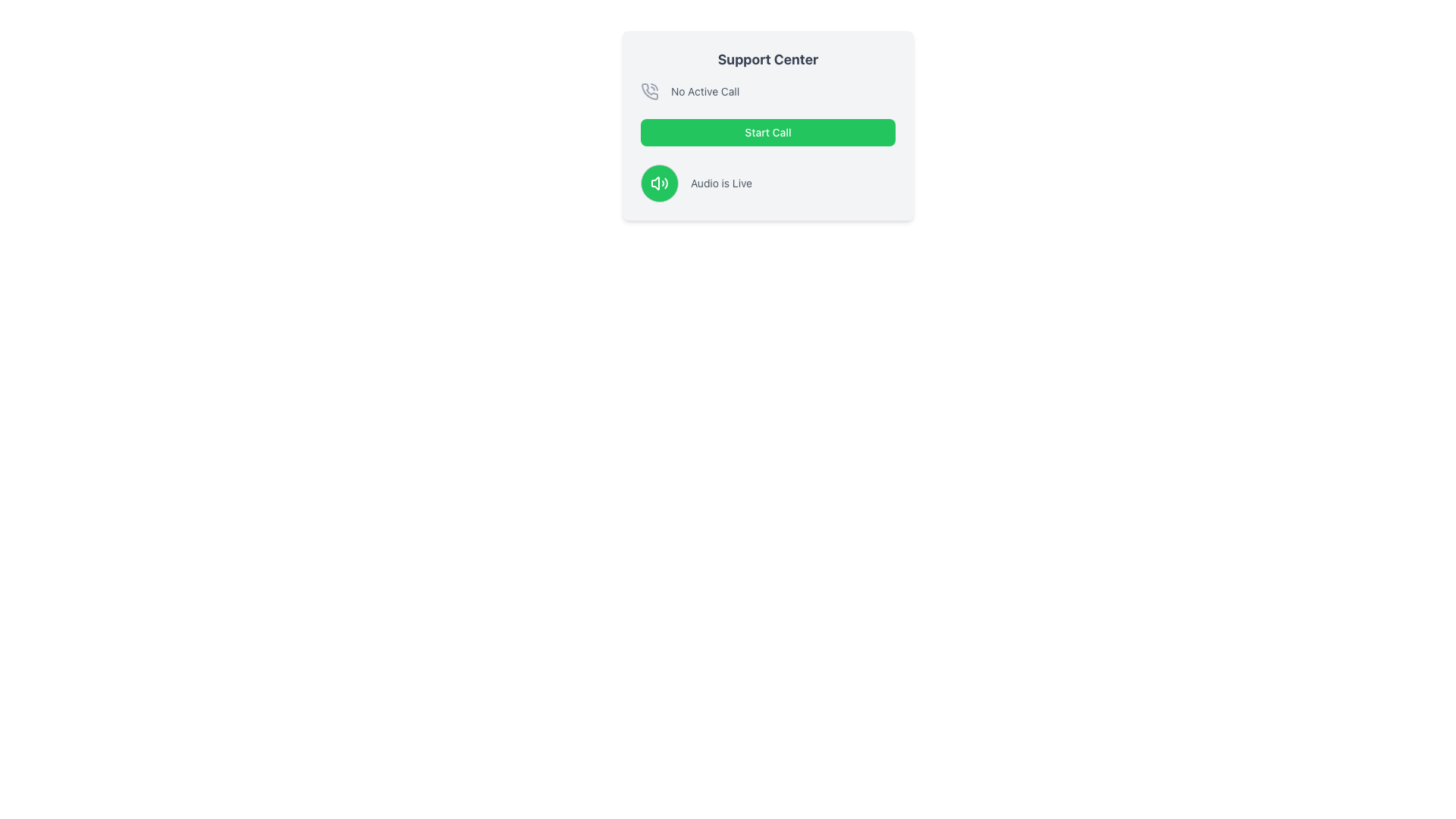 Image resolution: width=1456 pixels, height=819 pixels. What do you see at coordinates (767, 124) in the screenshot?
I see `the 'Start Call' button, which is a rectangular button with rounded corners, filled with vibrant green color and labeled in white text` at bounding box center [767, 124].